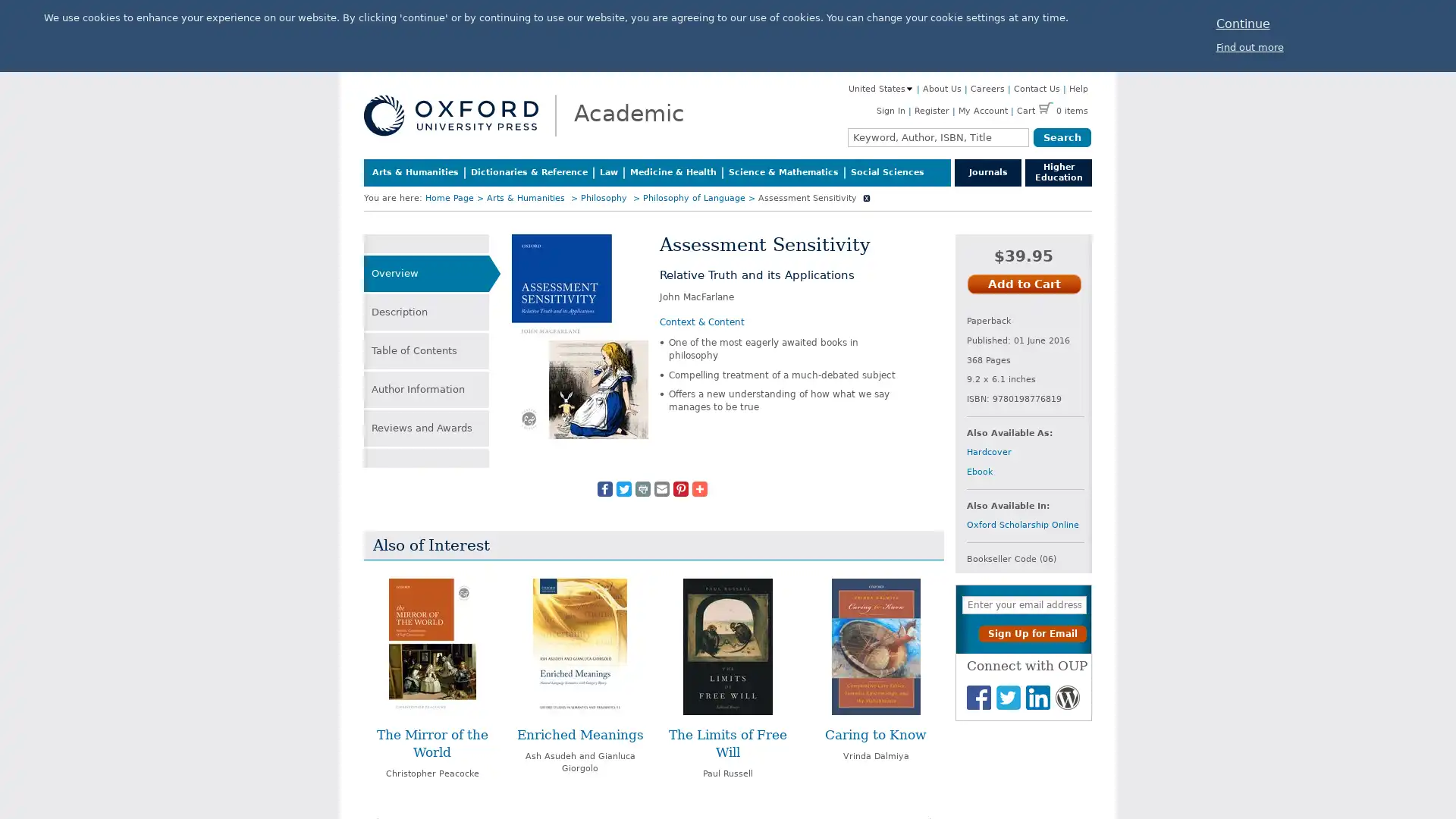 This screenshot has height=819, width=1456. I want to click on Share to Print, so click(642, 488).